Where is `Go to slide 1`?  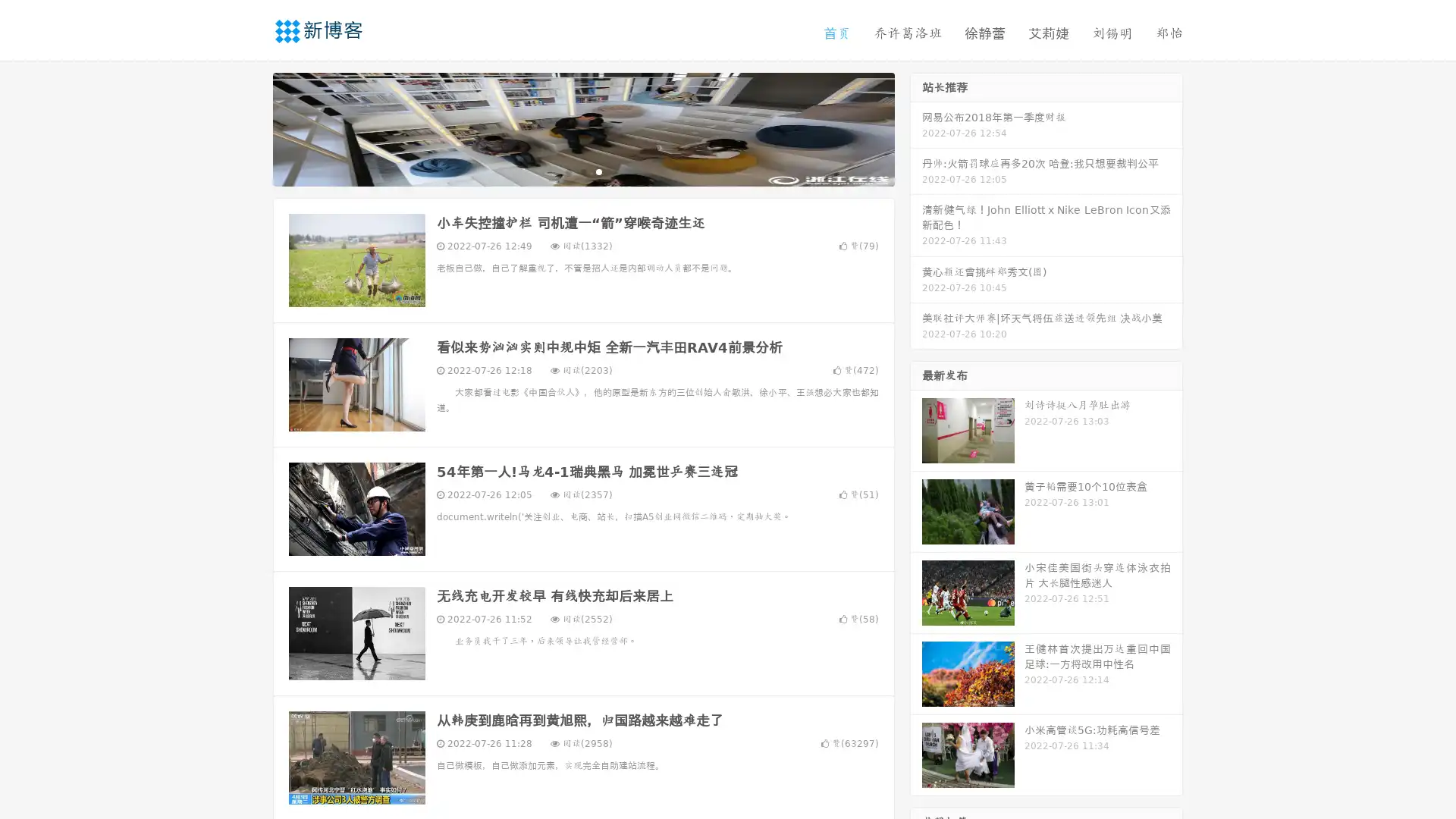 Go to slide 1 is located at coordinates (567, 171).